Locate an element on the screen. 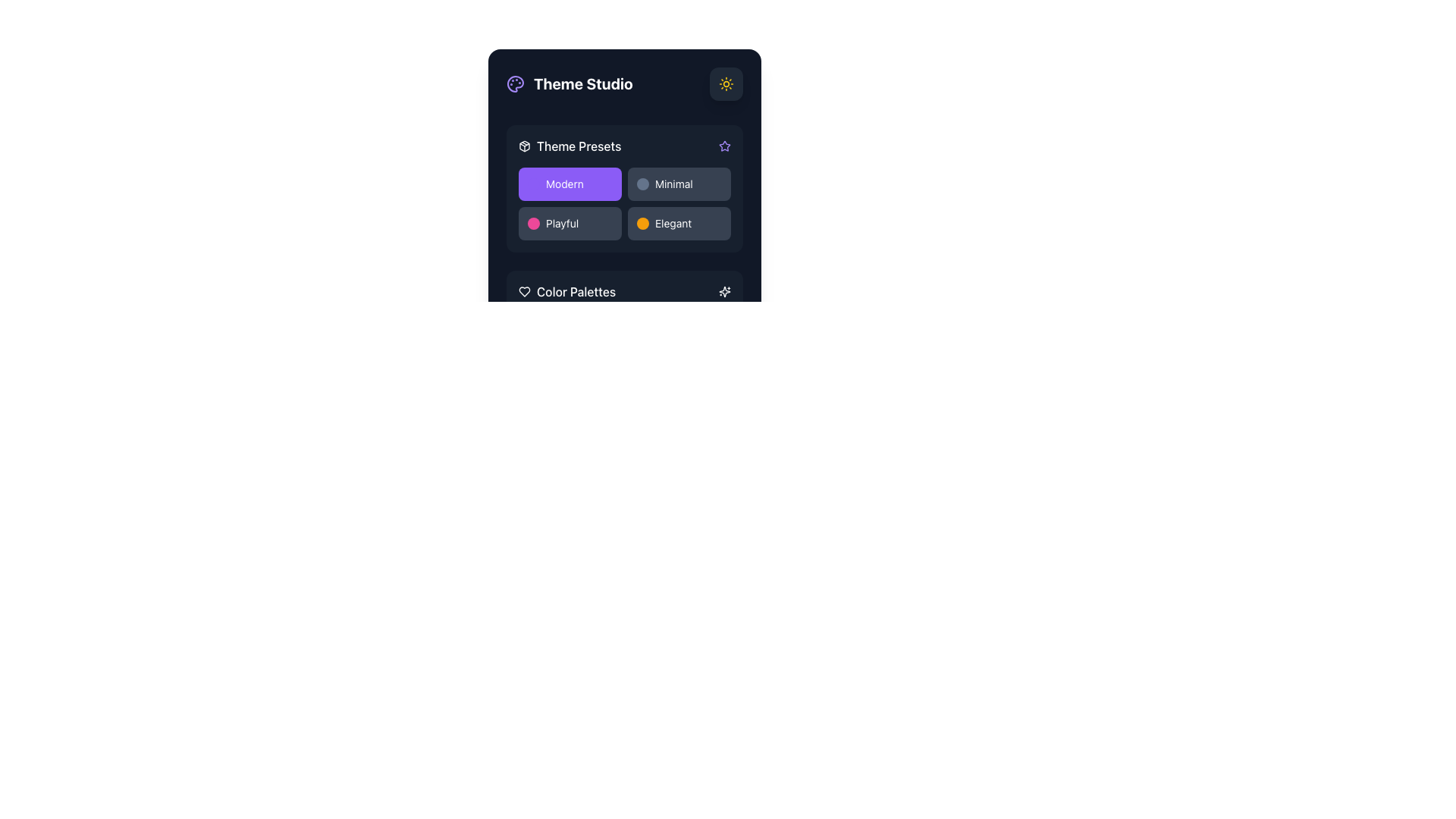 The image size is (1456, 819). the state of the violet circular indicator located to the left of the 'Modern' label in the 'Theme Presets' section of the 'Theme Studio' interface is located at coordinates (534, 184).